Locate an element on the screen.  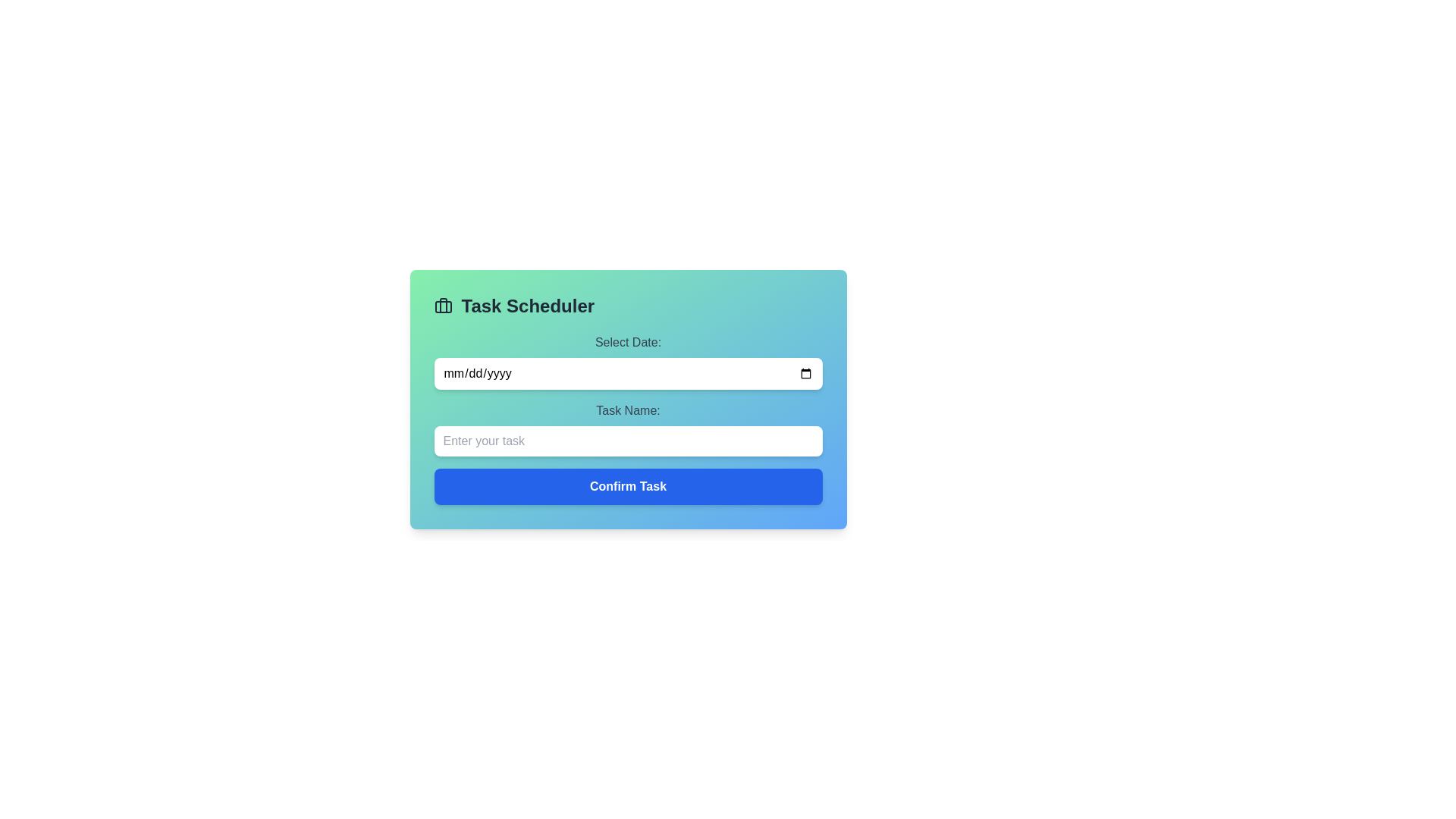
the briefcase-shaped vector icon located to the far left of the title heading 'Task Scheduler' is located at coordinates (442, 306).